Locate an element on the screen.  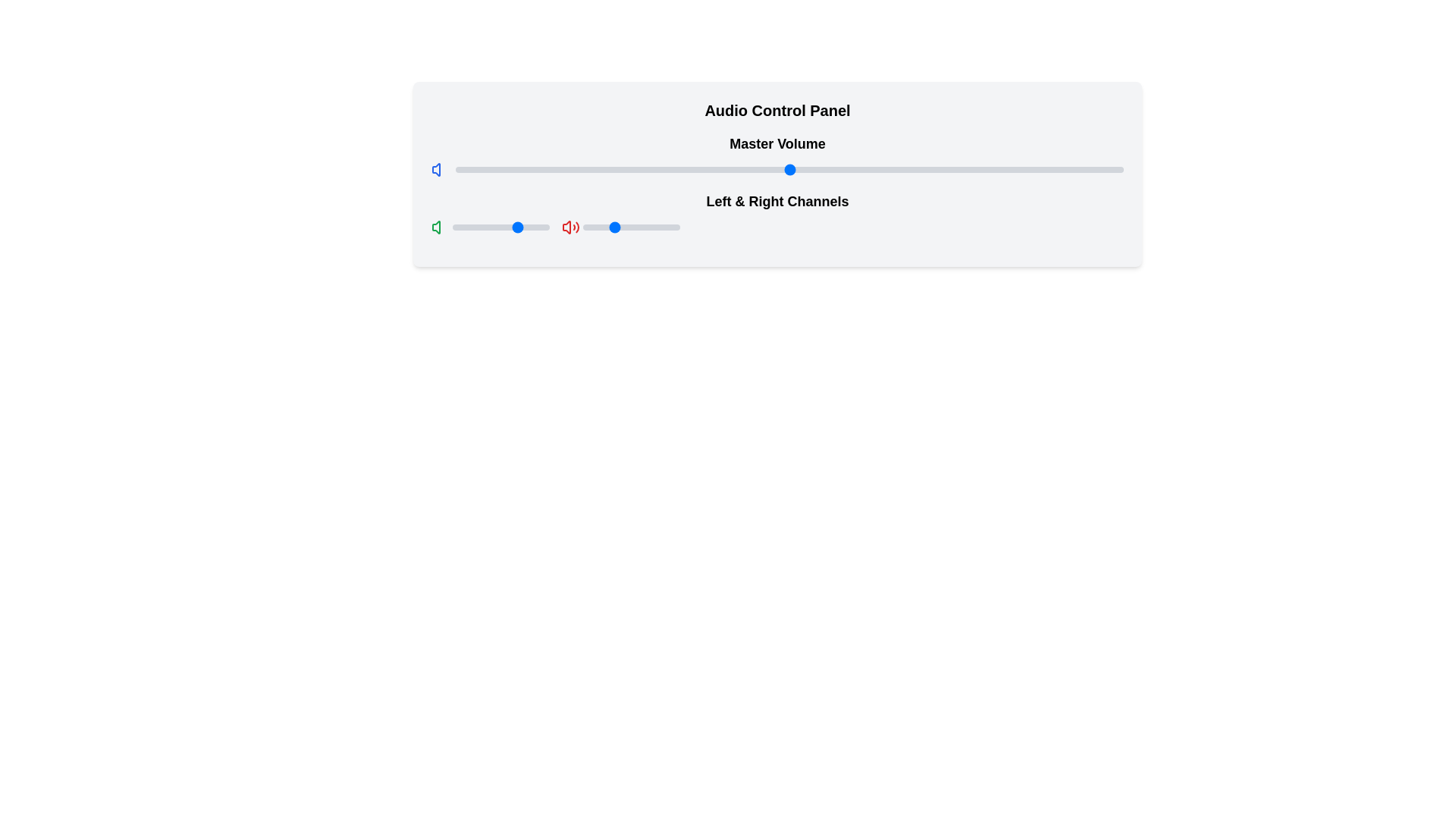
the master volume is located at coordinates (808, 169).